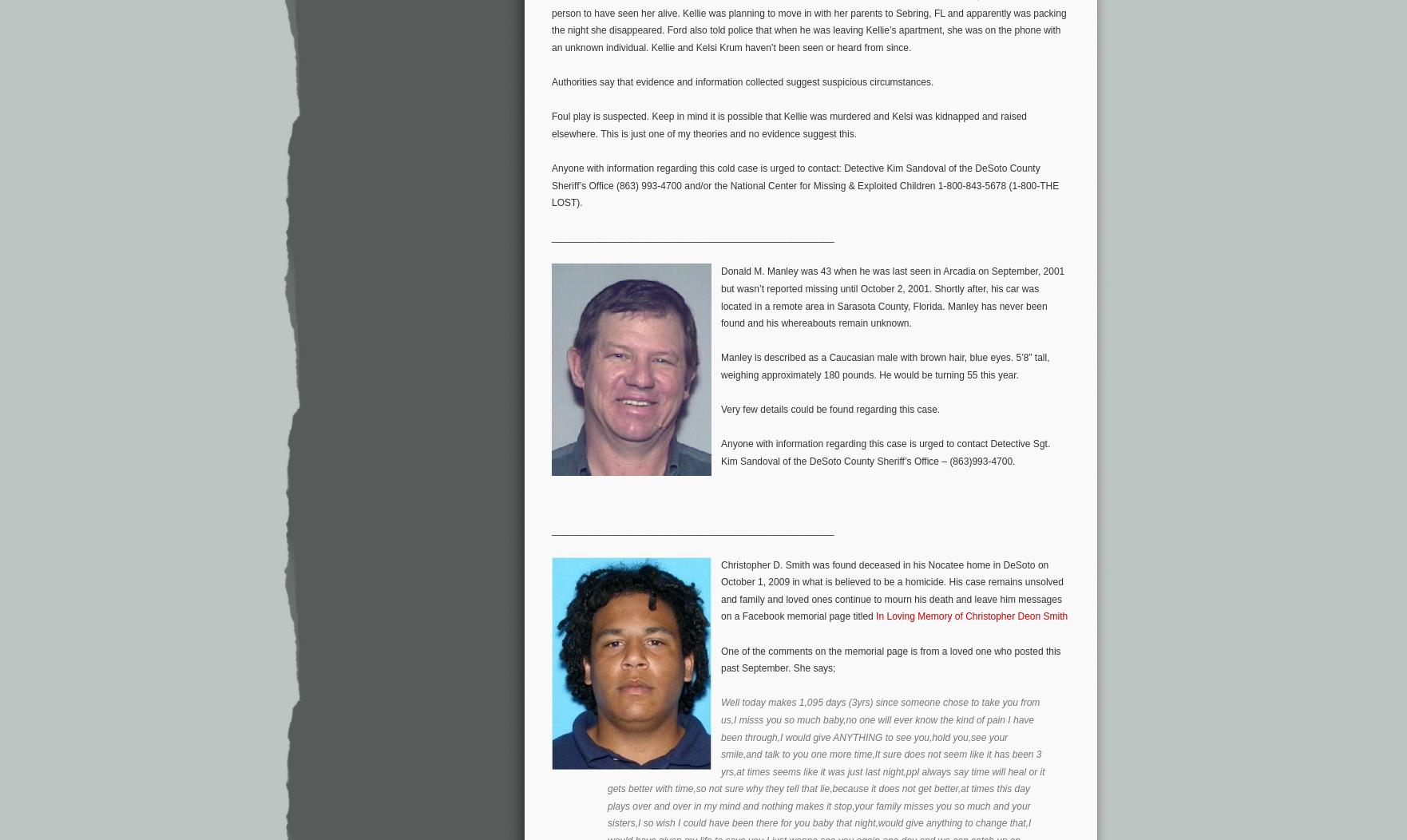 The image size is (1407, 840). What do you see at coordinates (805, 184) in the screenshot?
I see `'Anyone with information regarding this cold case is urged to contact: Detective Kim Sandoval of the DeSoto County Sheriff’s Office (863) 993-4700 and/or the National Center for Missing & Exploited Children 1-800-843-5678 (1-800-THE LOST).'` at bounding box center [805, 184].